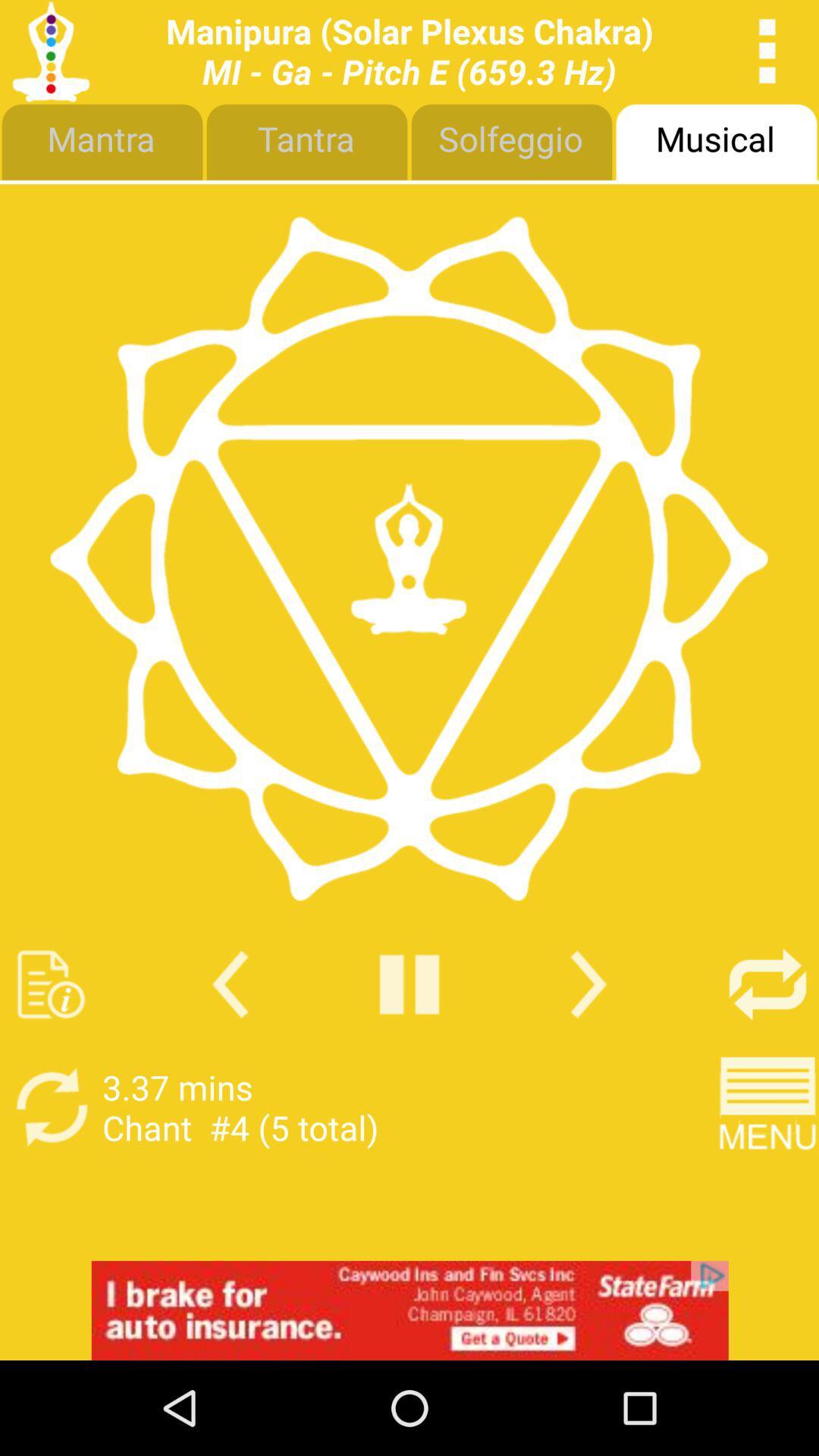 The image size is (819, 1456). I want to click on previous, so click(230, 984).